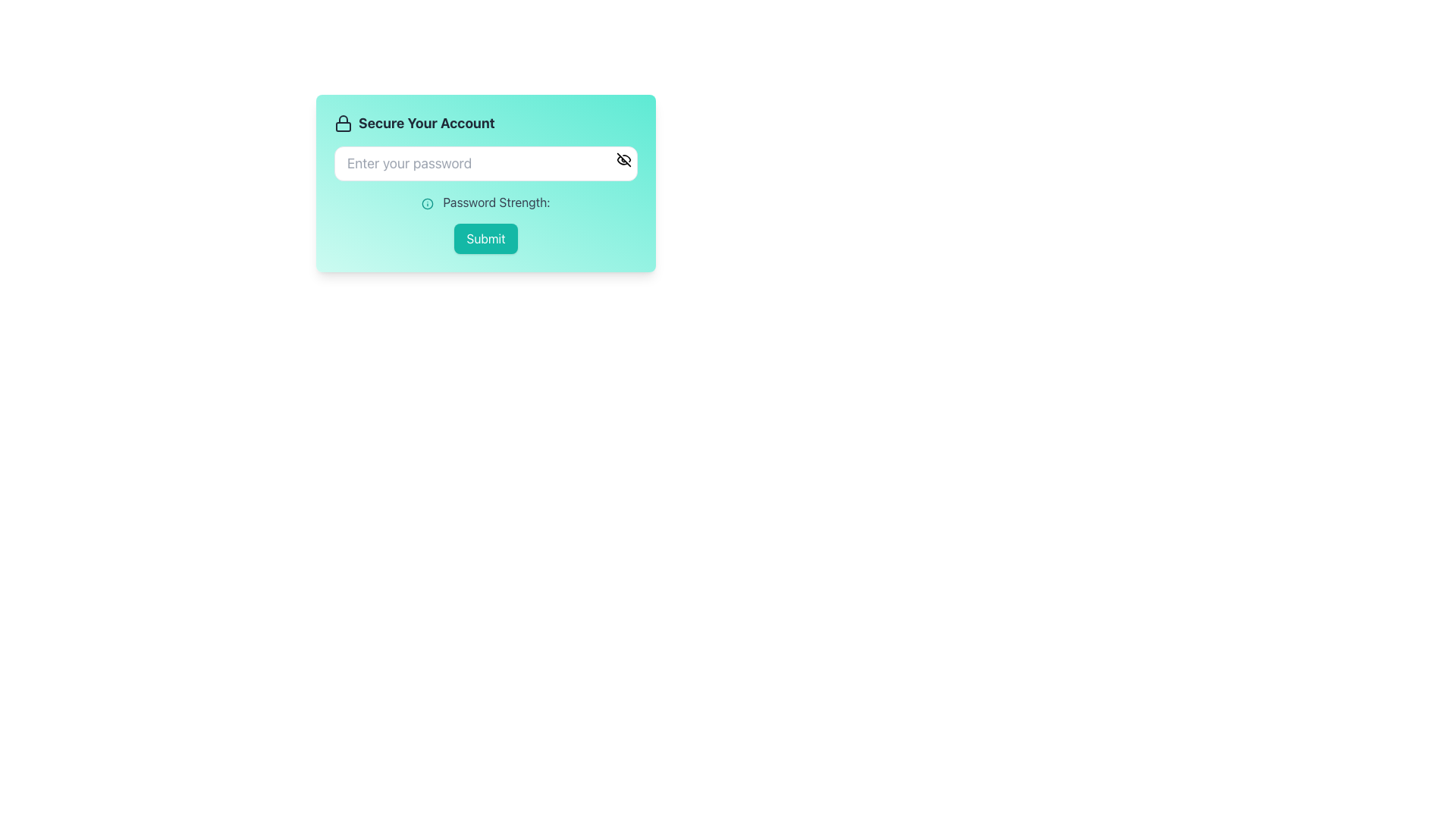 The image size is (1456, 819). What do you see at coordinates (342, 126) in the screenshot?
I see `the visual representation of the padlock icon's rectangular main body located next to the text 'Secure Your Account'` at bounding box center [342, 126].